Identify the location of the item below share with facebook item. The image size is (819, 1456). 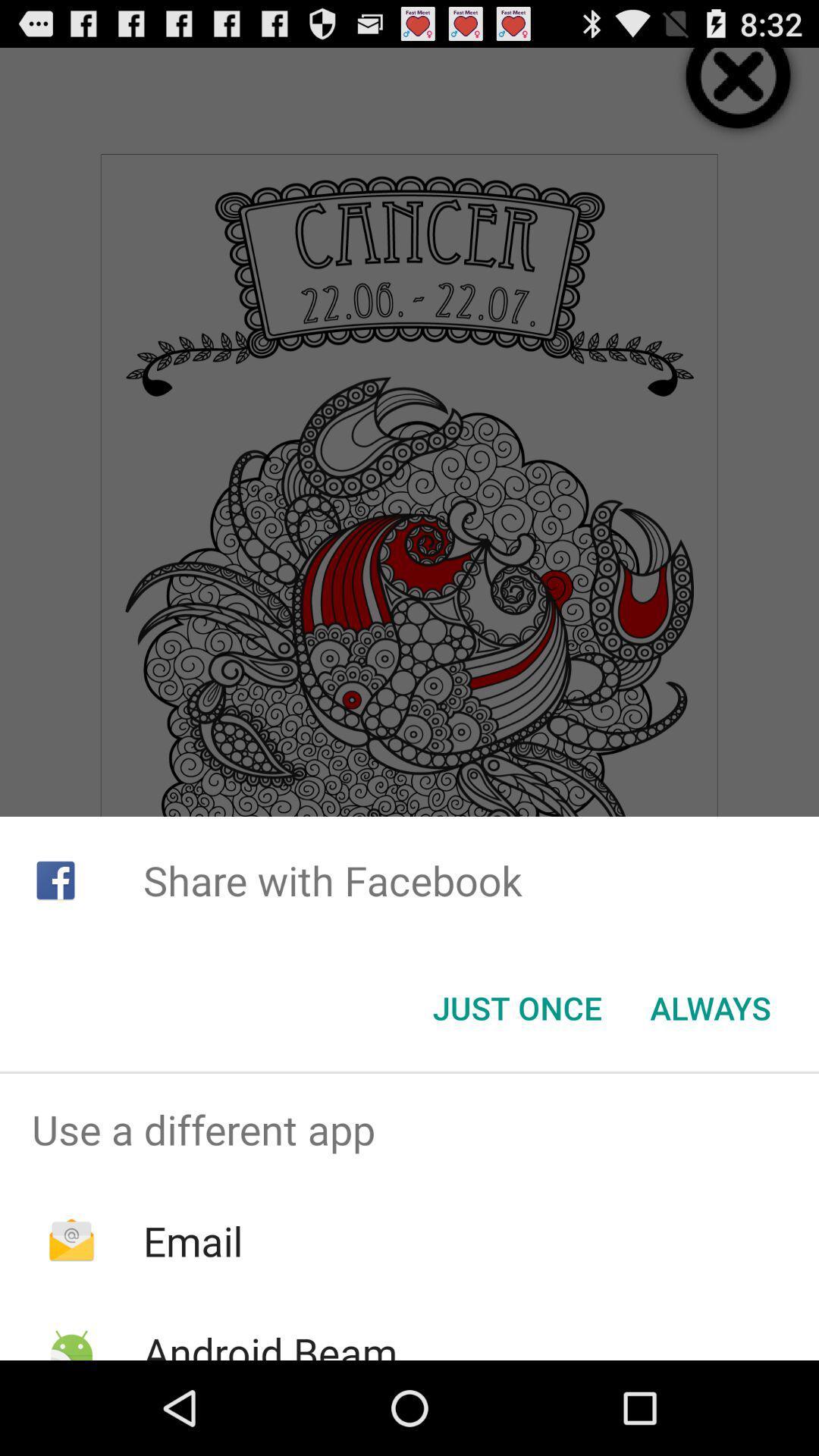
(711, 1008).